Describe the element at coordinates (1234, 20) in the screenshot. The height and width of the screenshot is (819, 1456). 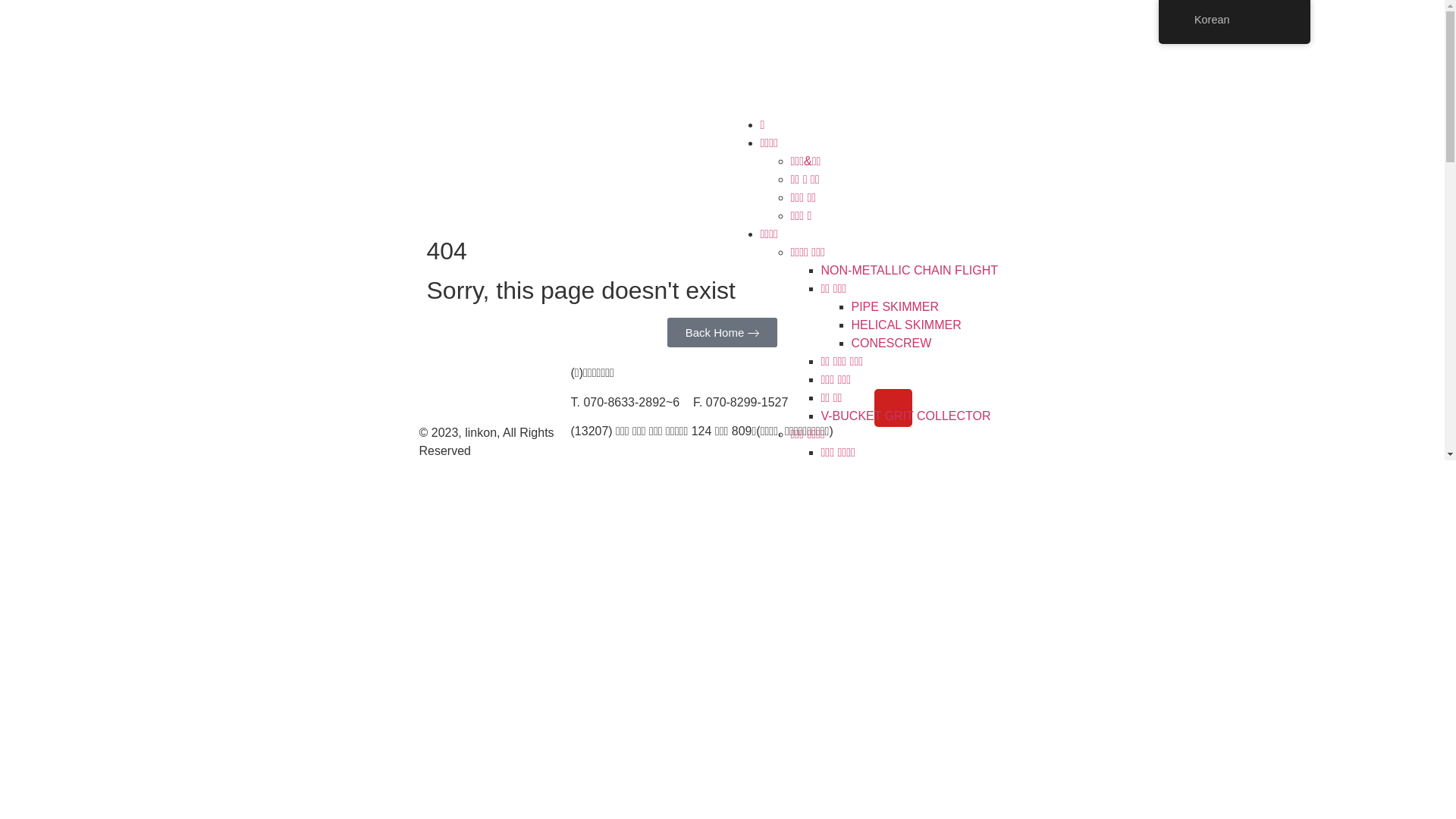
I see `'Korean'` at that location.